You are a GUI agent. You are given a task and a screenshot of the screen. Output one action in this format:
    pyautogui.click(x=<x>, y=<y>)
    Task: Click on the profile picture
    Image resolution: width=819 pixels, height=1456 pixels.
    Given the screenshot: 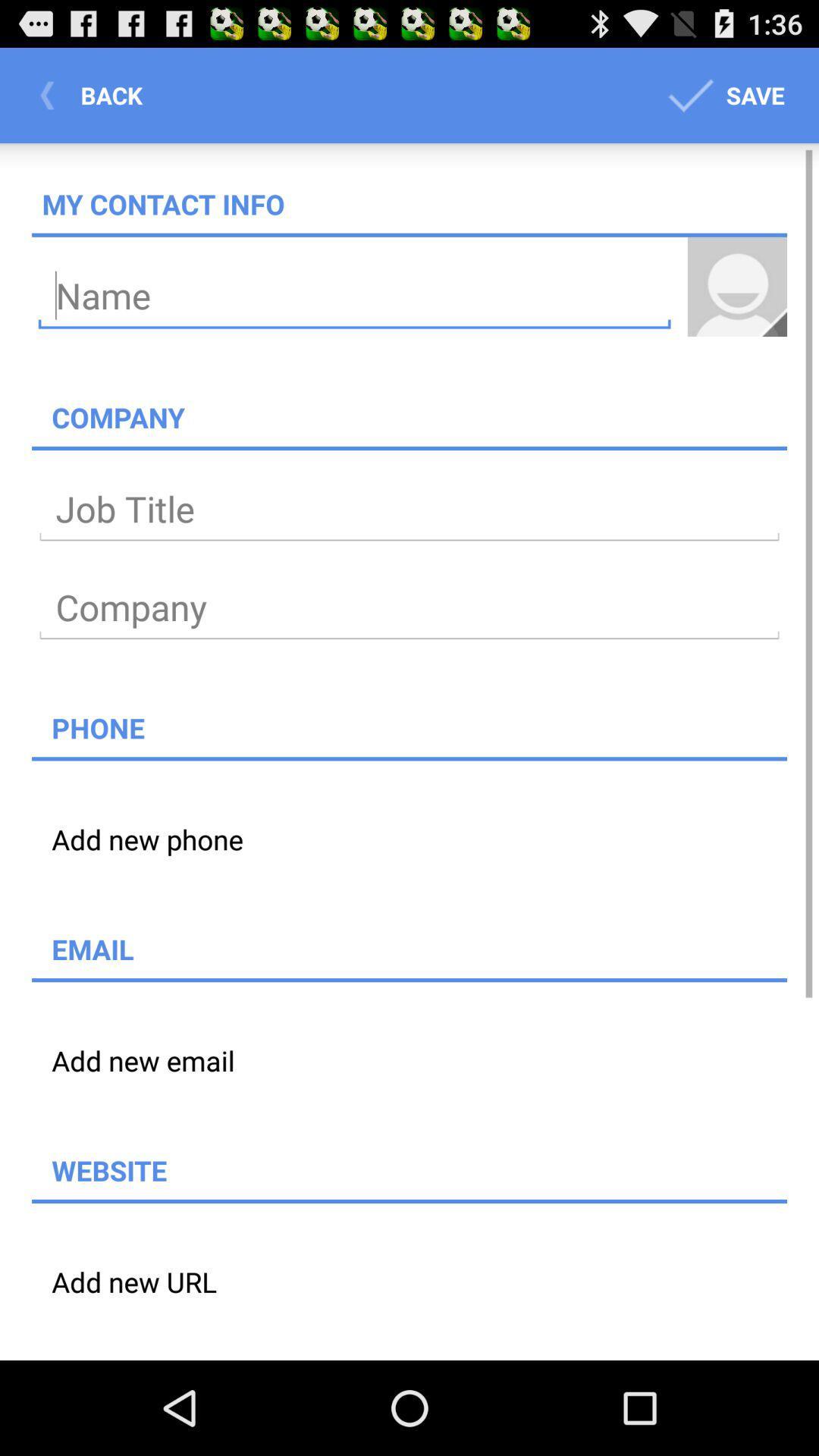 What is the action you would take?
    pyautogui.click(x=736, y=287)
    